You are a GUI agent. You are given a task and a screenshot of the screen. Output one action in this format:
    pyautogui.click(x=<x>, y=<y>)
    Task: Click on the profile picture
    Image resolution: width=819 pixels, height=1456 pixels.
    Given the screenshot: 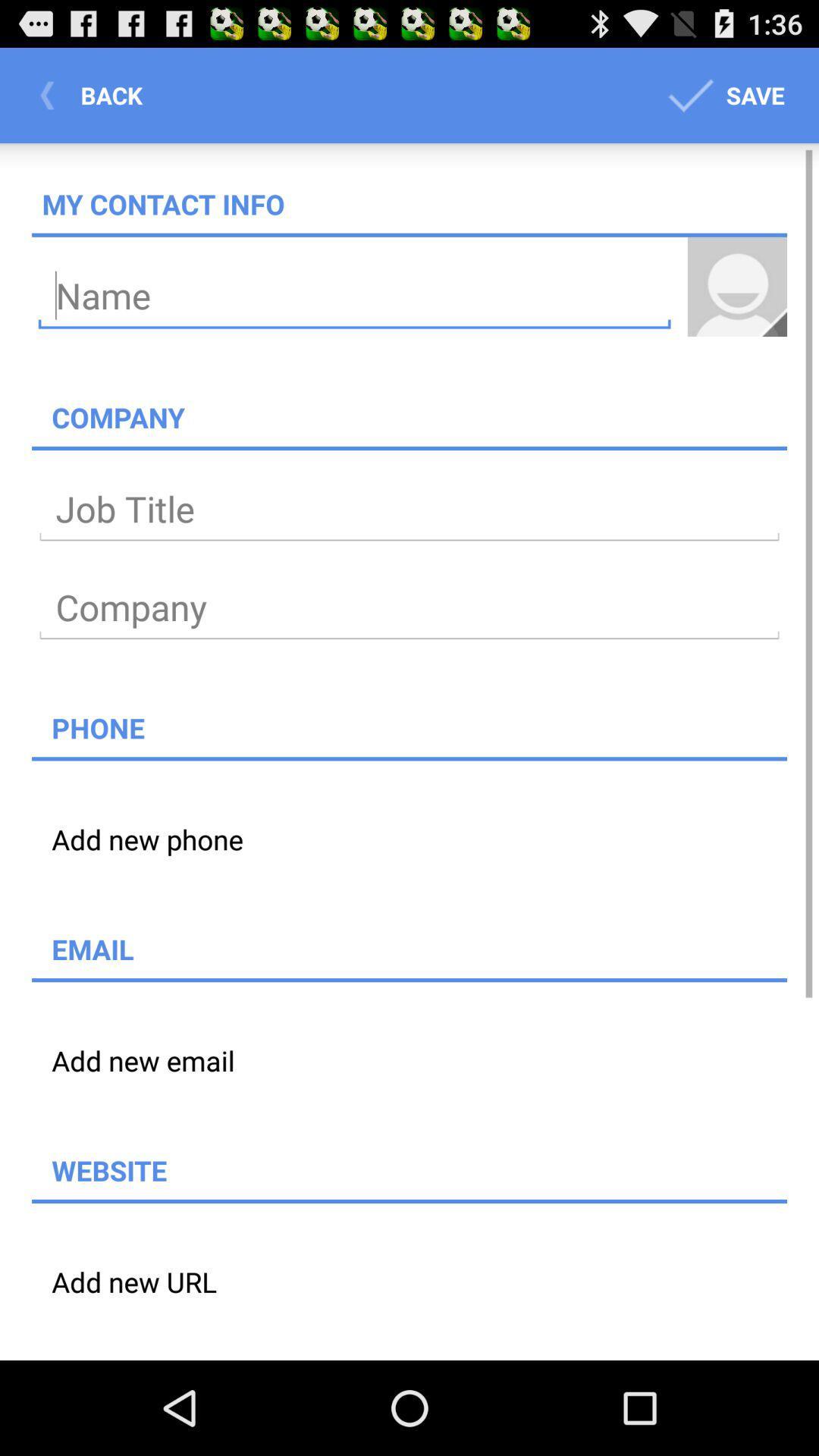 What is the action you would take?
    pyautogui.click(x=736, y=287)
    